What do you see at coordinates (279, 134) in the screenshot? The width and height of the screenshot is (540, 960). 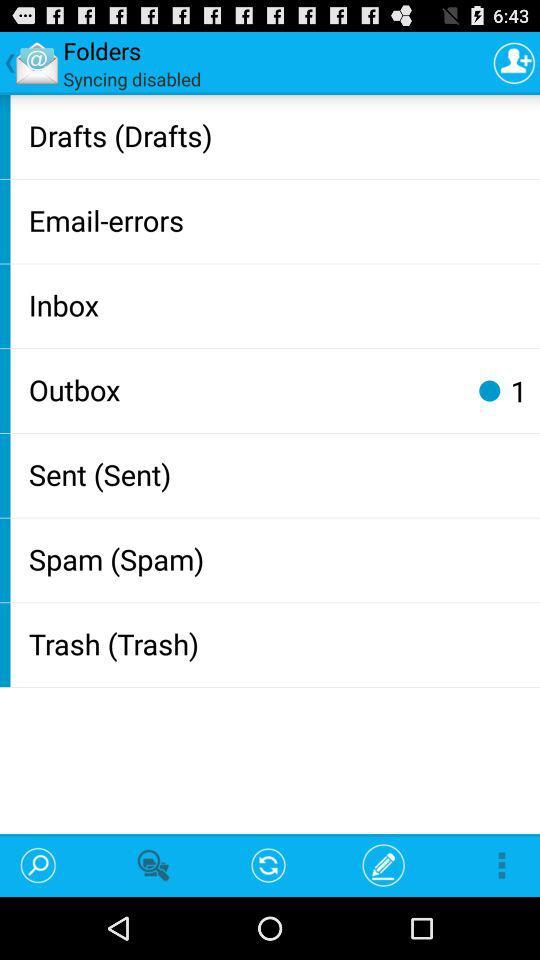 I see `the app below the syncing disabled icon` at bounding box center [279, 134].